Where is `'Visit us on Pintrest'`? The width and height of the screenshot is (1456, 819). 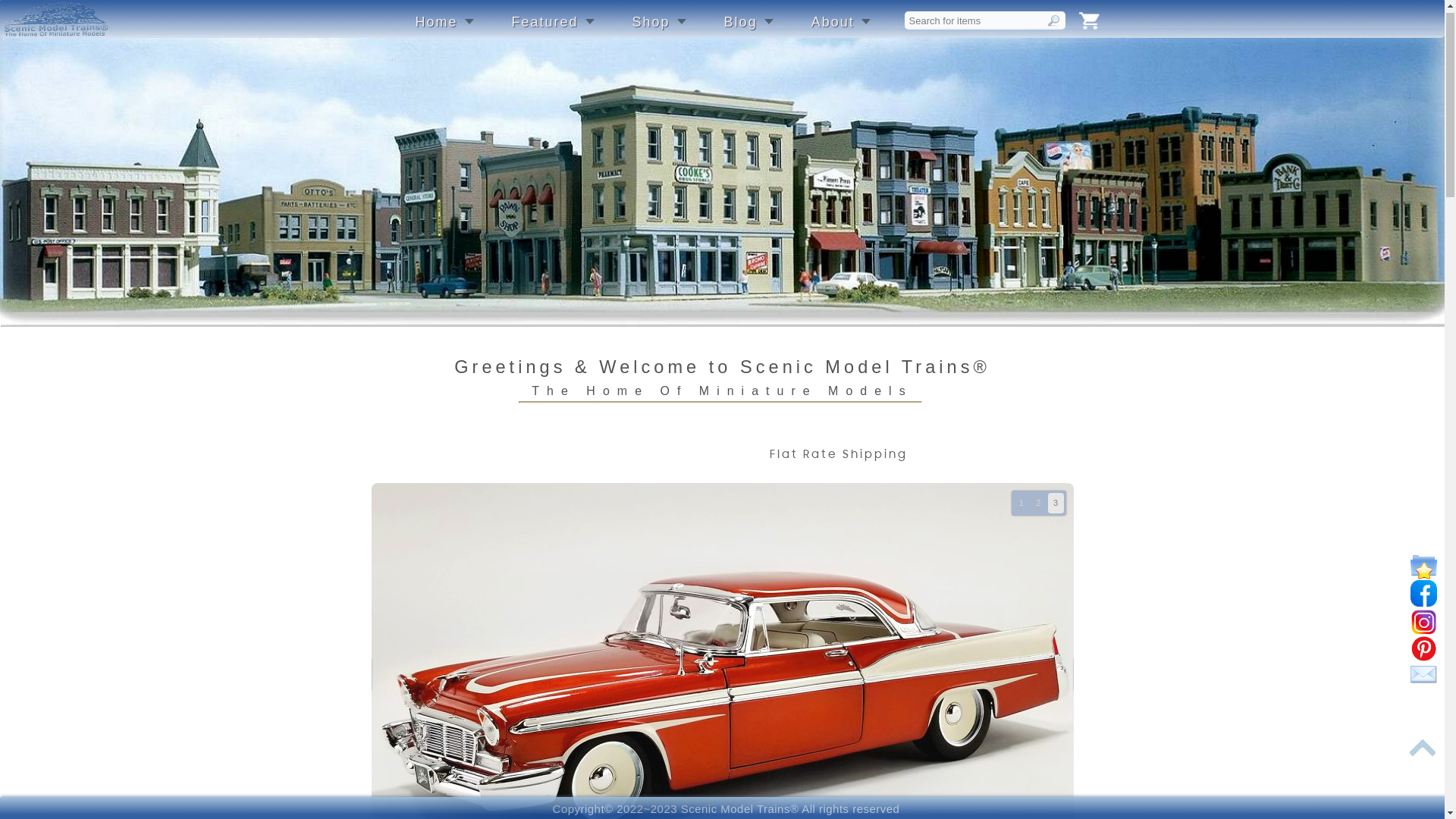
'Visit us on Pintrest' is located at coordinates (1423, 655).